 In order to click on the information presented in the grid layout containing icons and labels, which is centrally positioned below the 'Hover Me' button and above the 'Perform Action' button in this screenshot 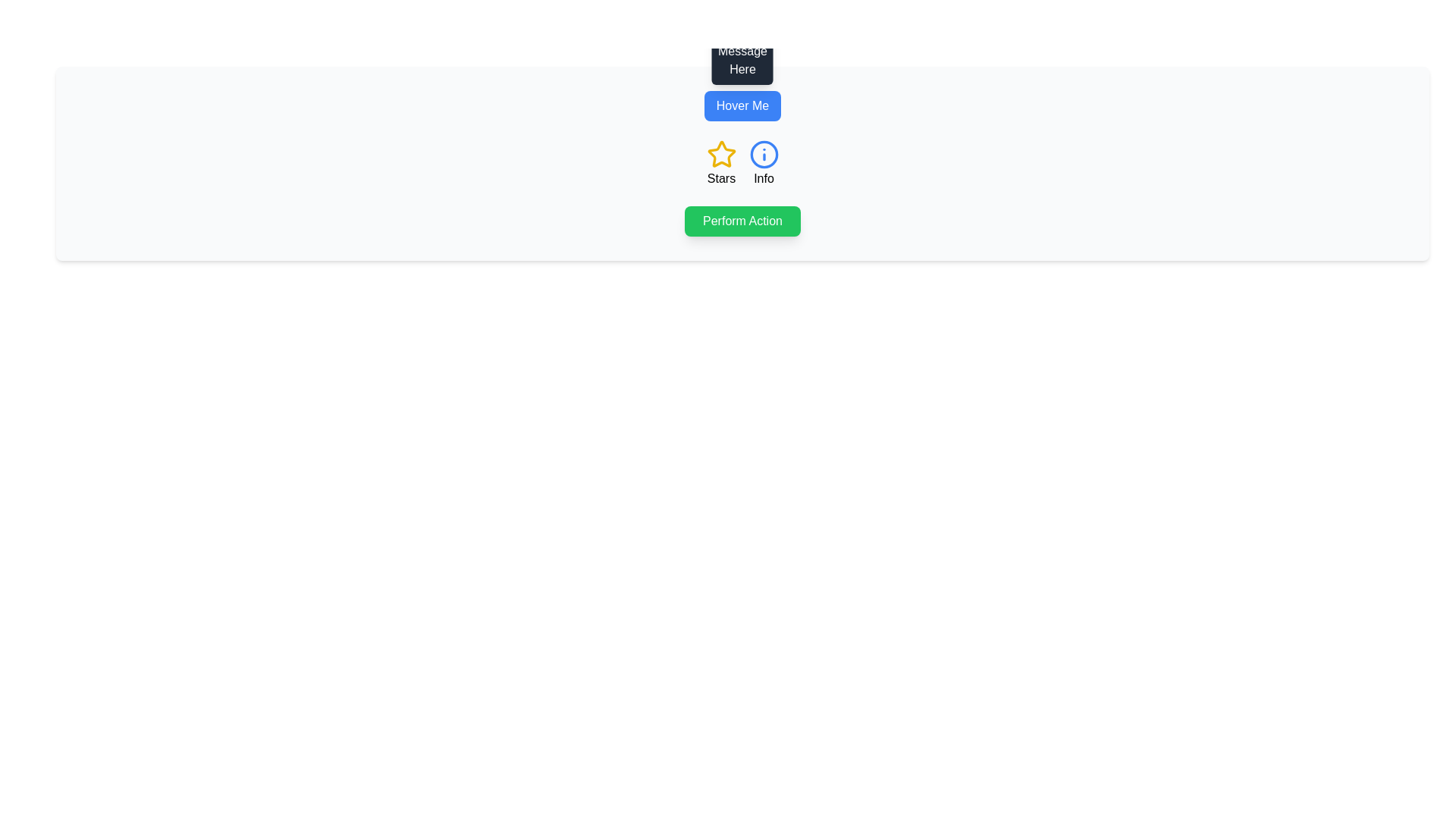, I will do `click(742, 164)`.